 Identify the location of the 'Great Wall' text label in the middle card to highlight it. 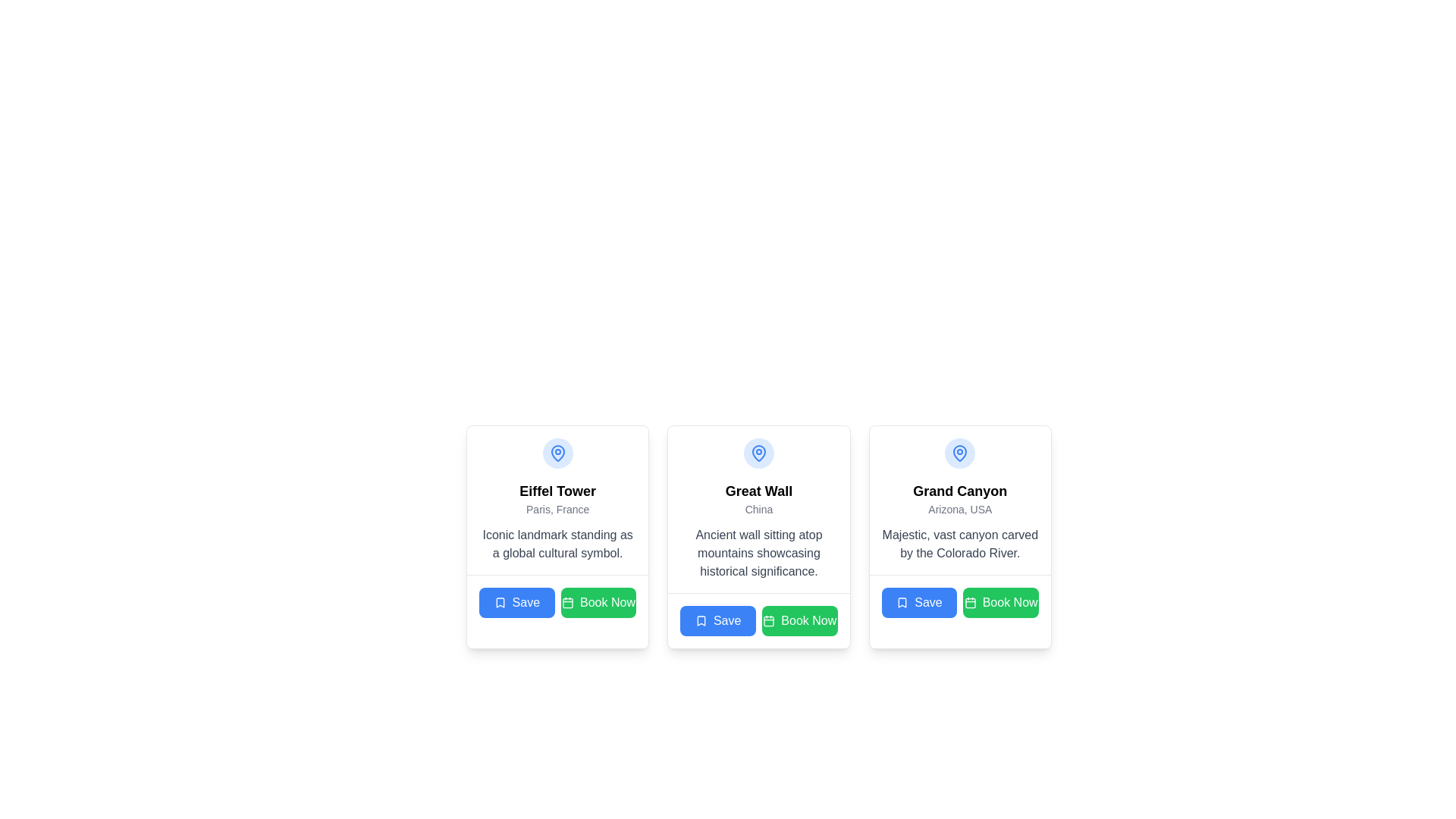
(758, 491).